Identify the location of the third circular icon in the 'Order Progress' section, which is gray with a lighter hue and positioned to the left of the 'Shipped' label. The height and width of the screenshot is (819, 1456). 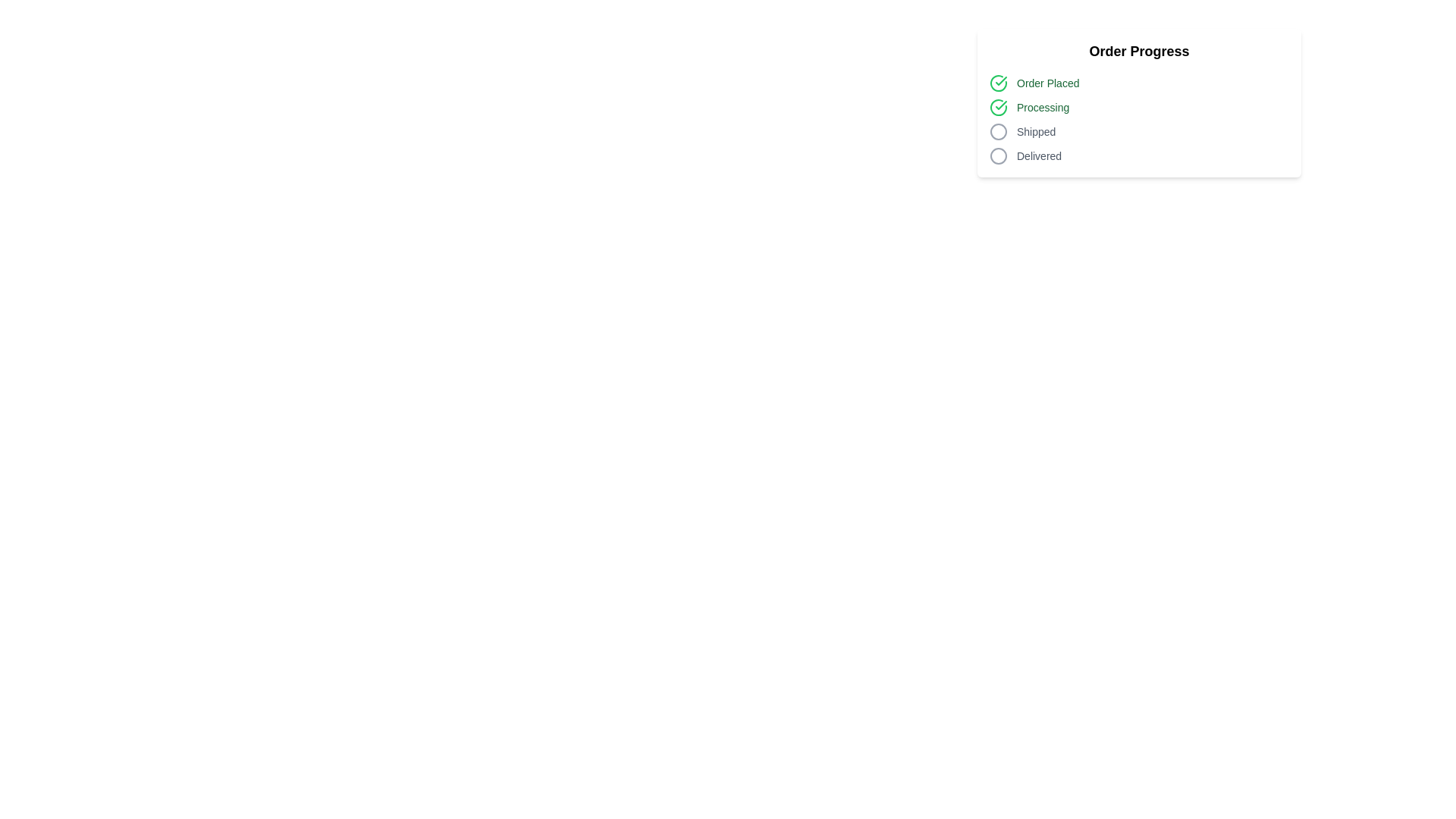
(998, 130).